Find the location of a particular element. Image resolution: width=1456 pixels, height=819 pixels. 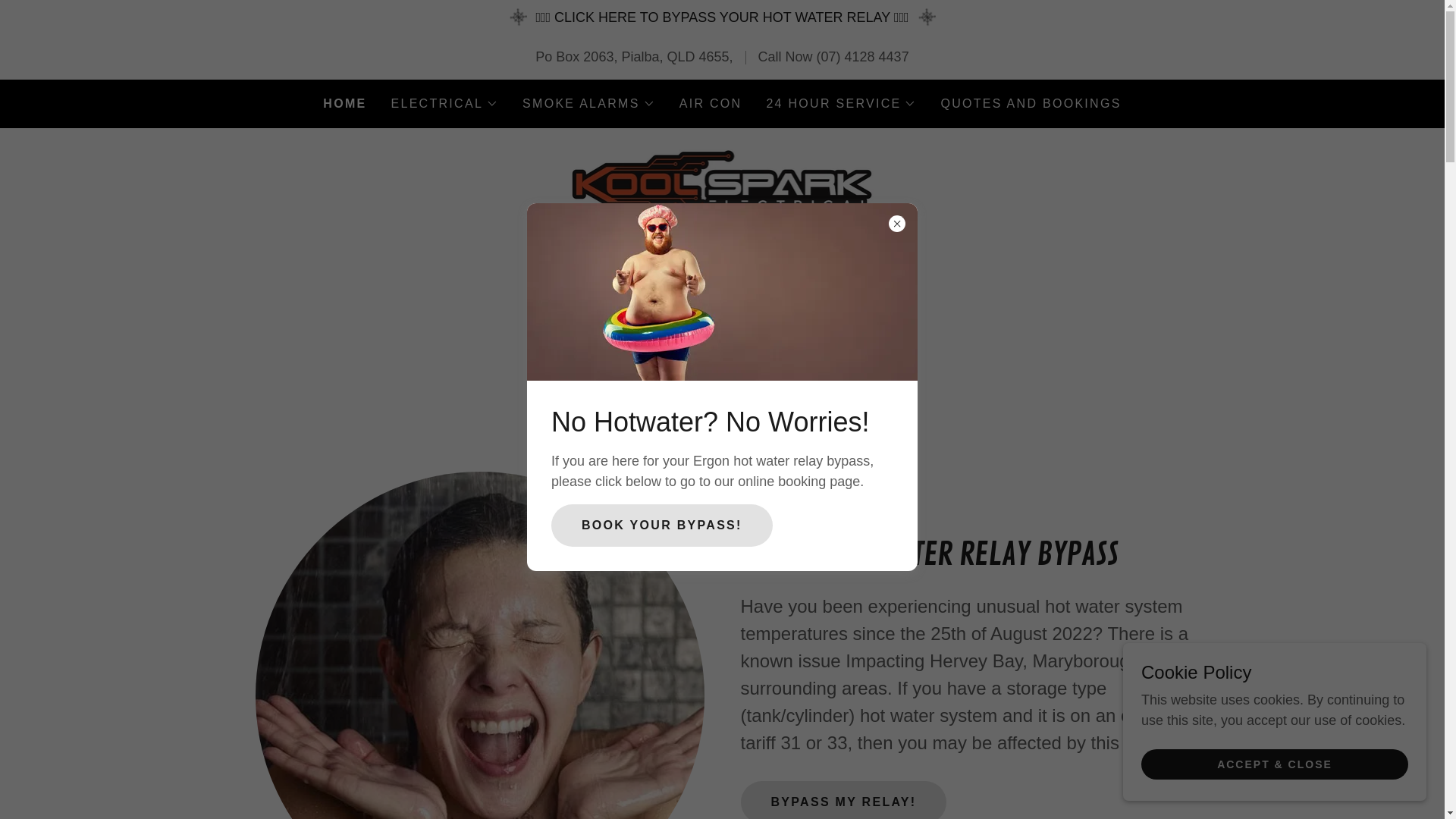

'HOME' is located at coordinates (322, 103).